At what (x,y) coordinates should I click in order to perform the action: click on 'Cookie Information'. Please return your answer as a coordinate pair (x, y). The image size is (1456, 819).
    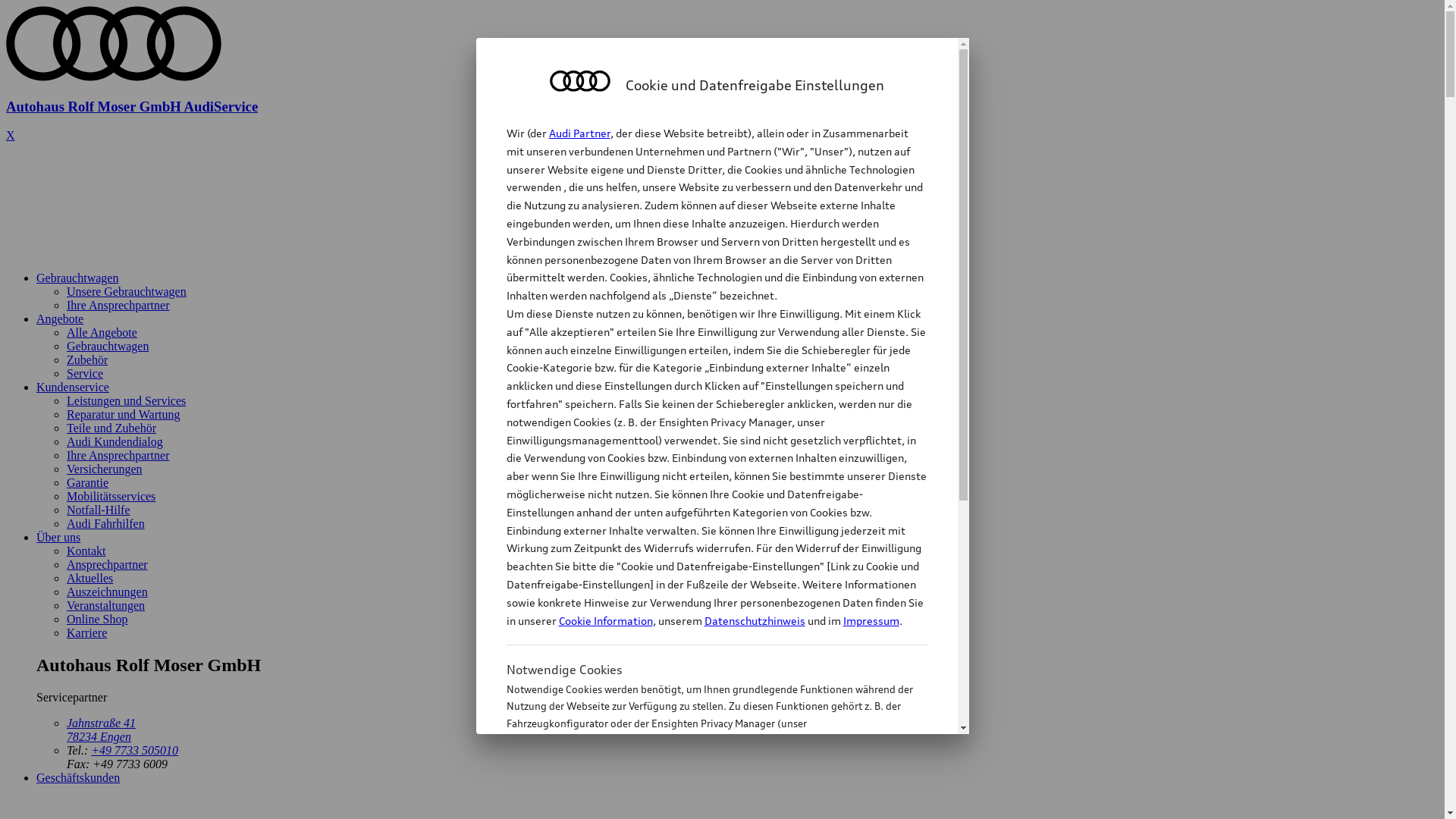
    Looking at the image, I should click on (604, 620).